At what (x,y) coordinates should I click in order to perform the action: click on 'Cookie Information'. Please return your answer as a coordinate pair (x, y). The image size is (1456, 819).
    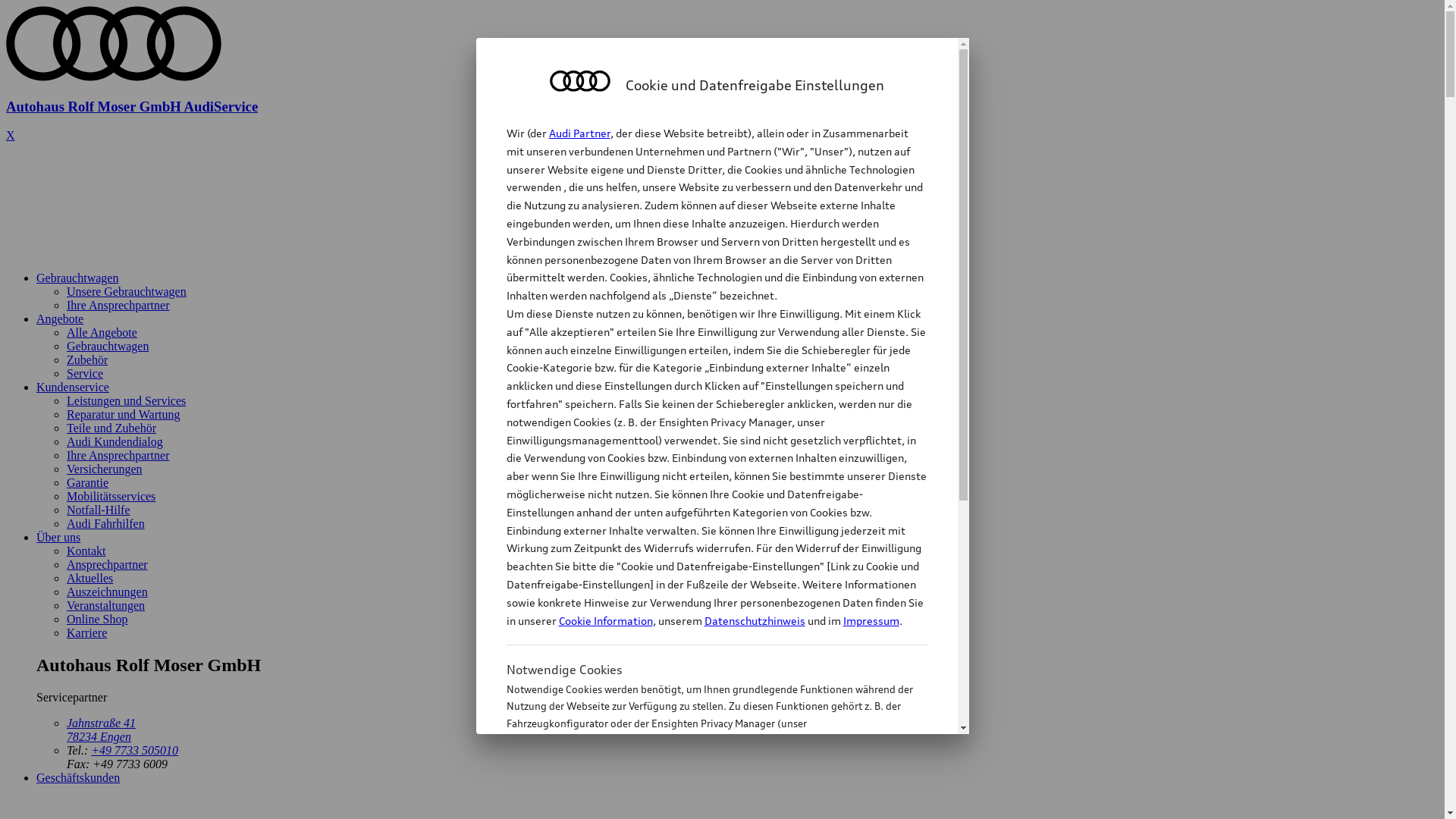
    Looking at the image, I should click on (604, 620).